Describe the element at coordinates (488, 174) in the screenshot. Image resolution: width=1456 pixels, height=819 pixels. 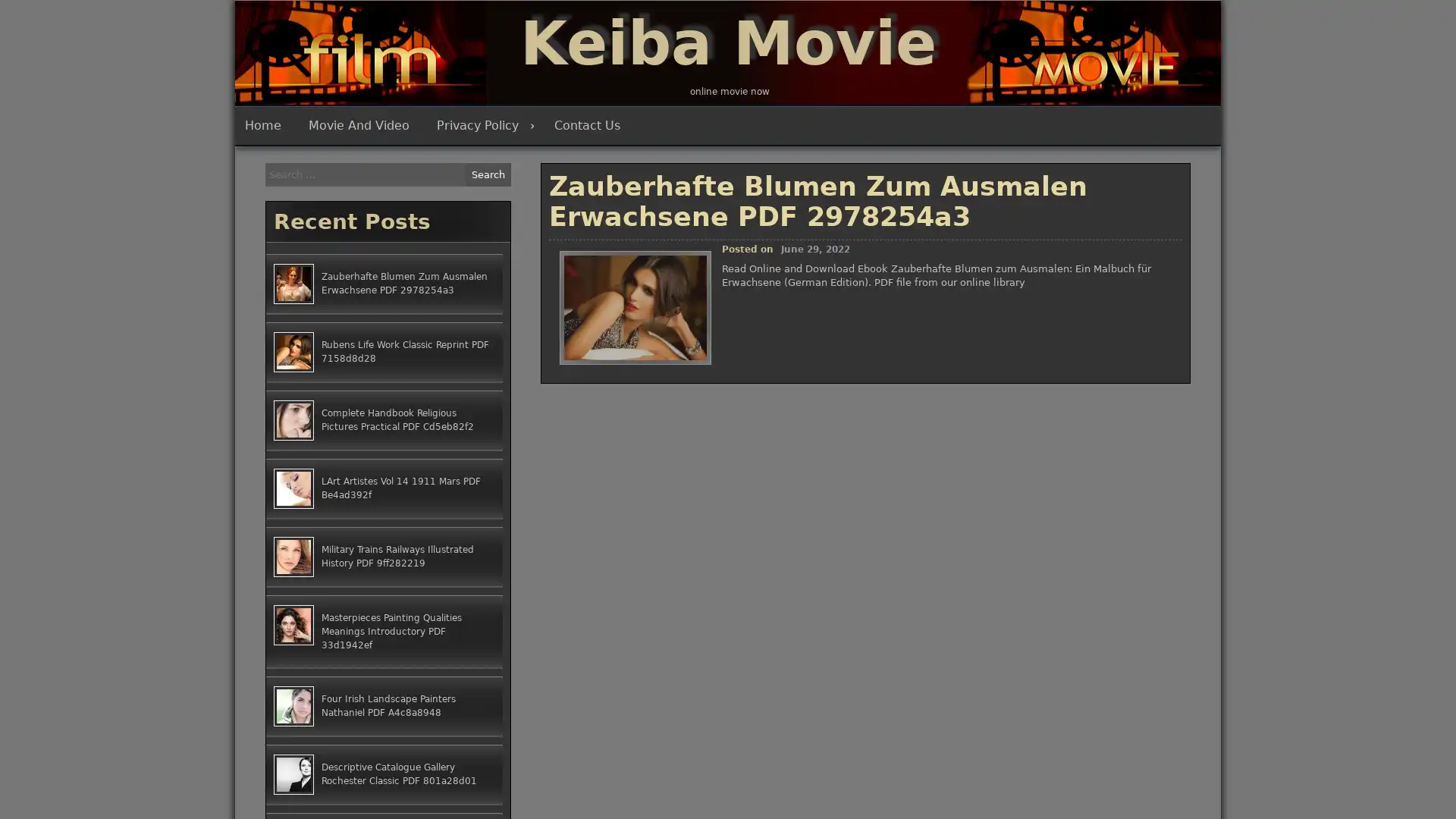
I see `Search` at that location.